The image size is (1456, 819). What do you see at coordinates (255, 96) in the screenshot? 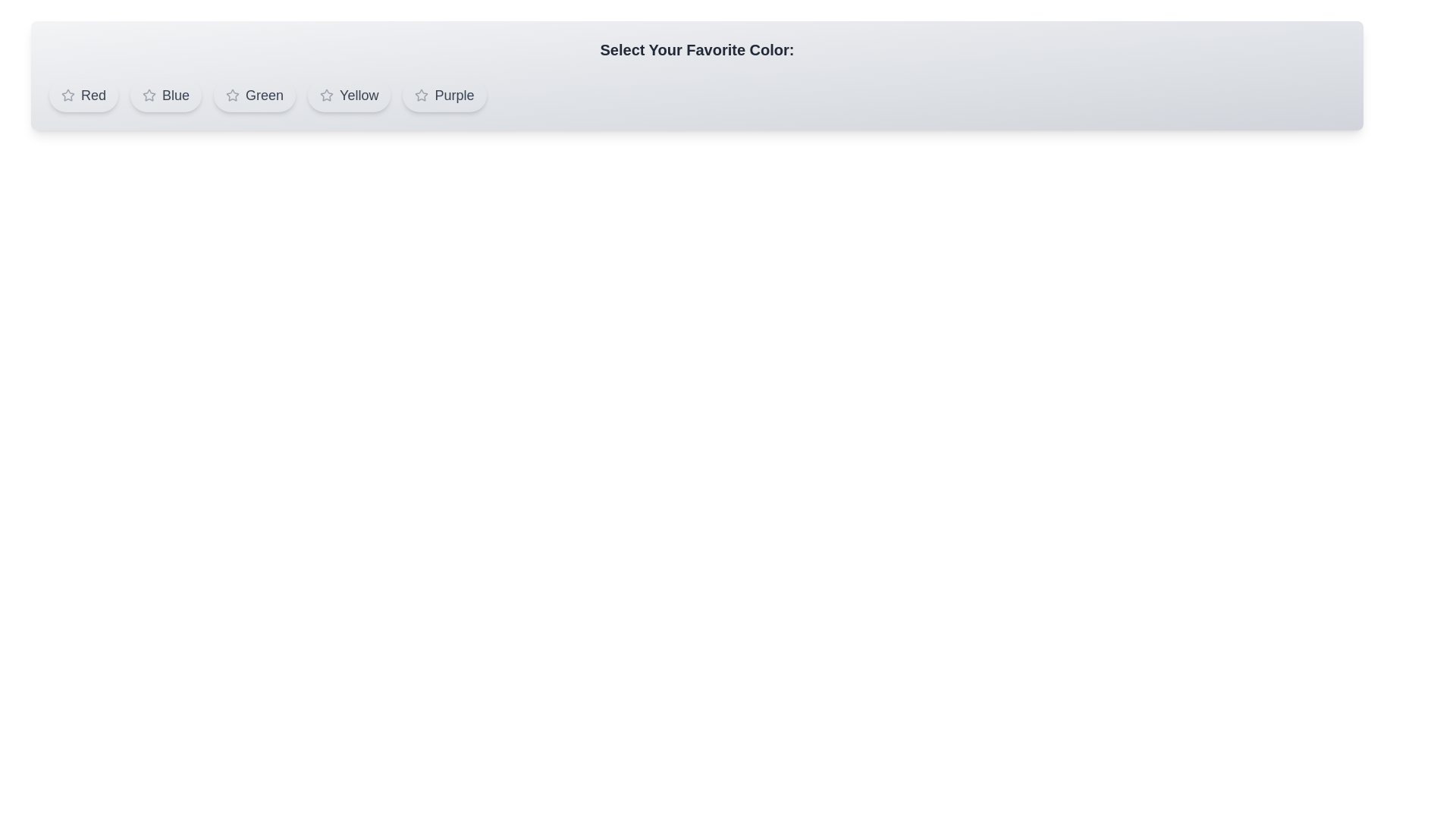
I see `the color Green by clicking on its button` at bounding box center [255, 96].